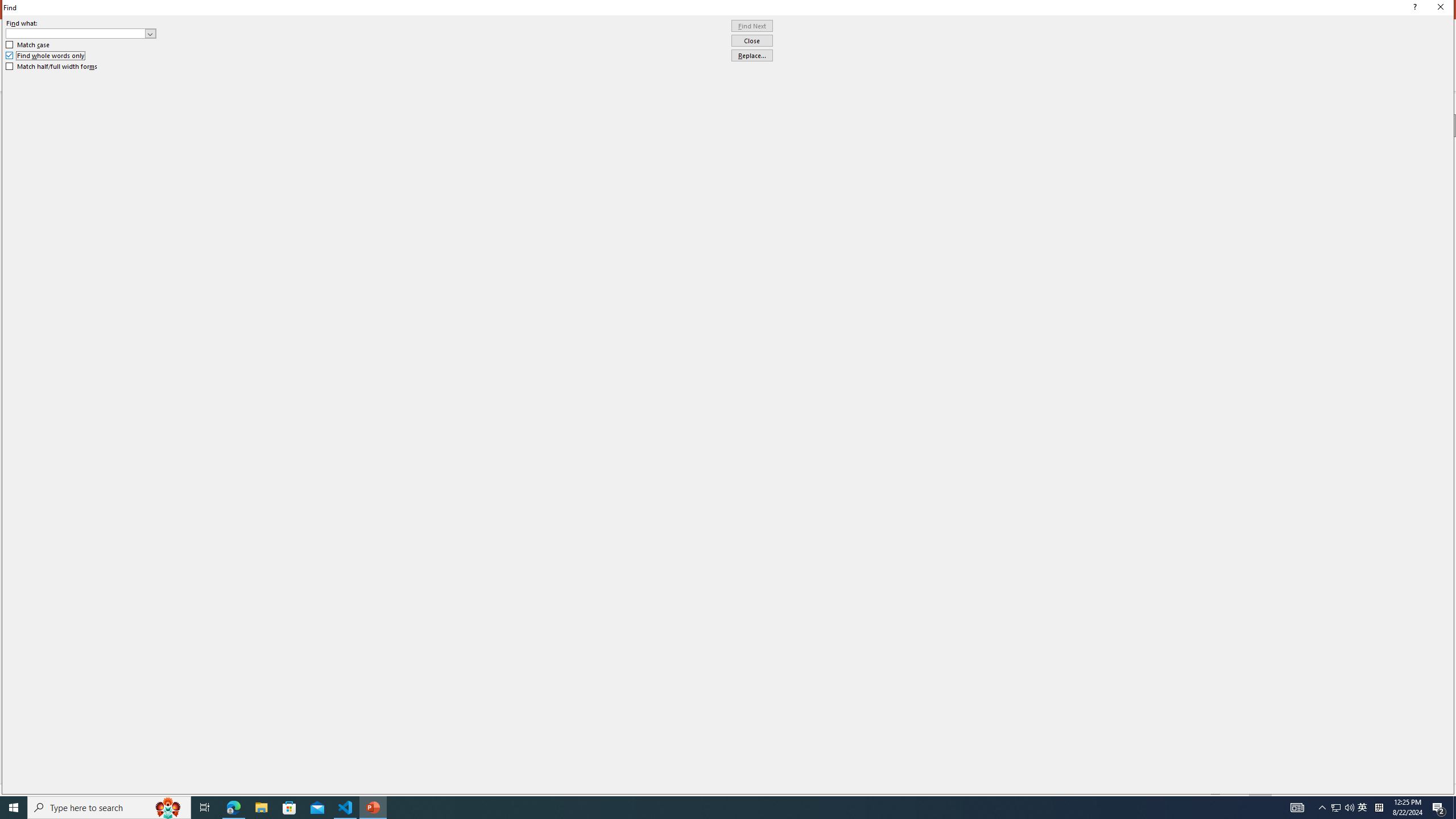  Describe the element at coordinates (45, 55) in the screenshot. I see `'Find whole words only'` at that location.